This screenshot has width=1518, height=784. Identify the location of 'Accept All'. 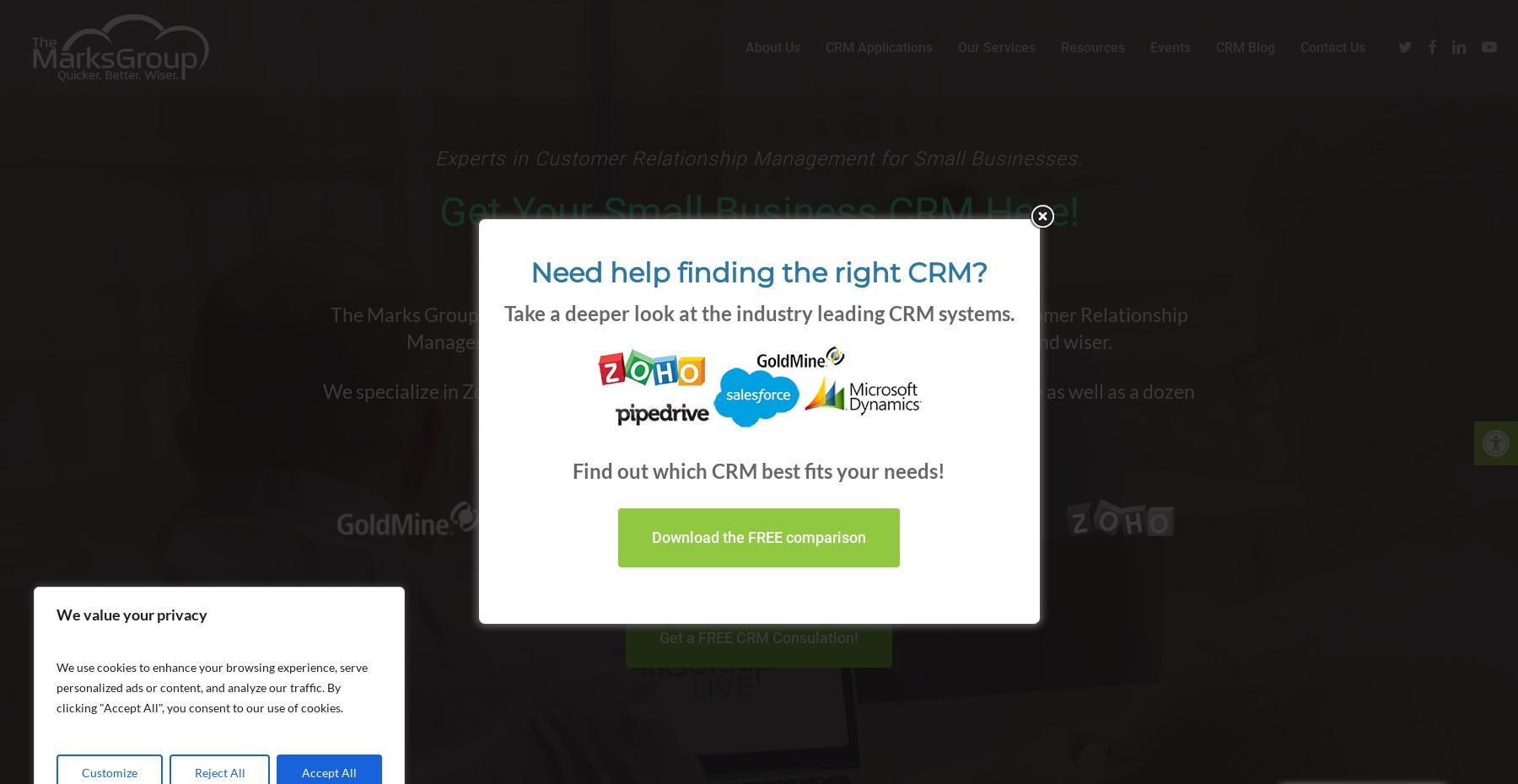
(329, 772).